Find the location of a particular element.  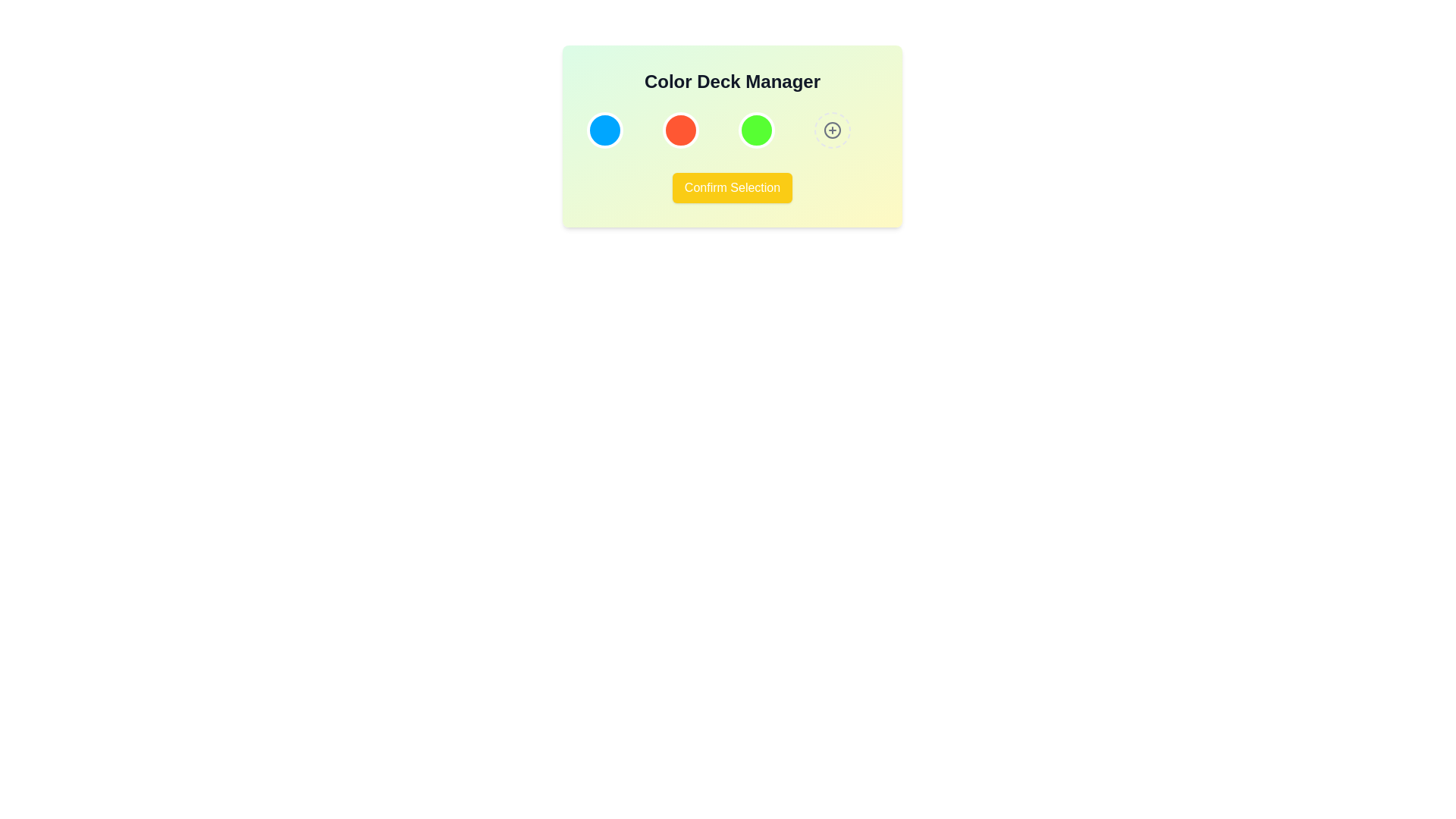

the second circular selectable option located beneath the 'Color Deck Manager' title is located at coordinates (679, 130).